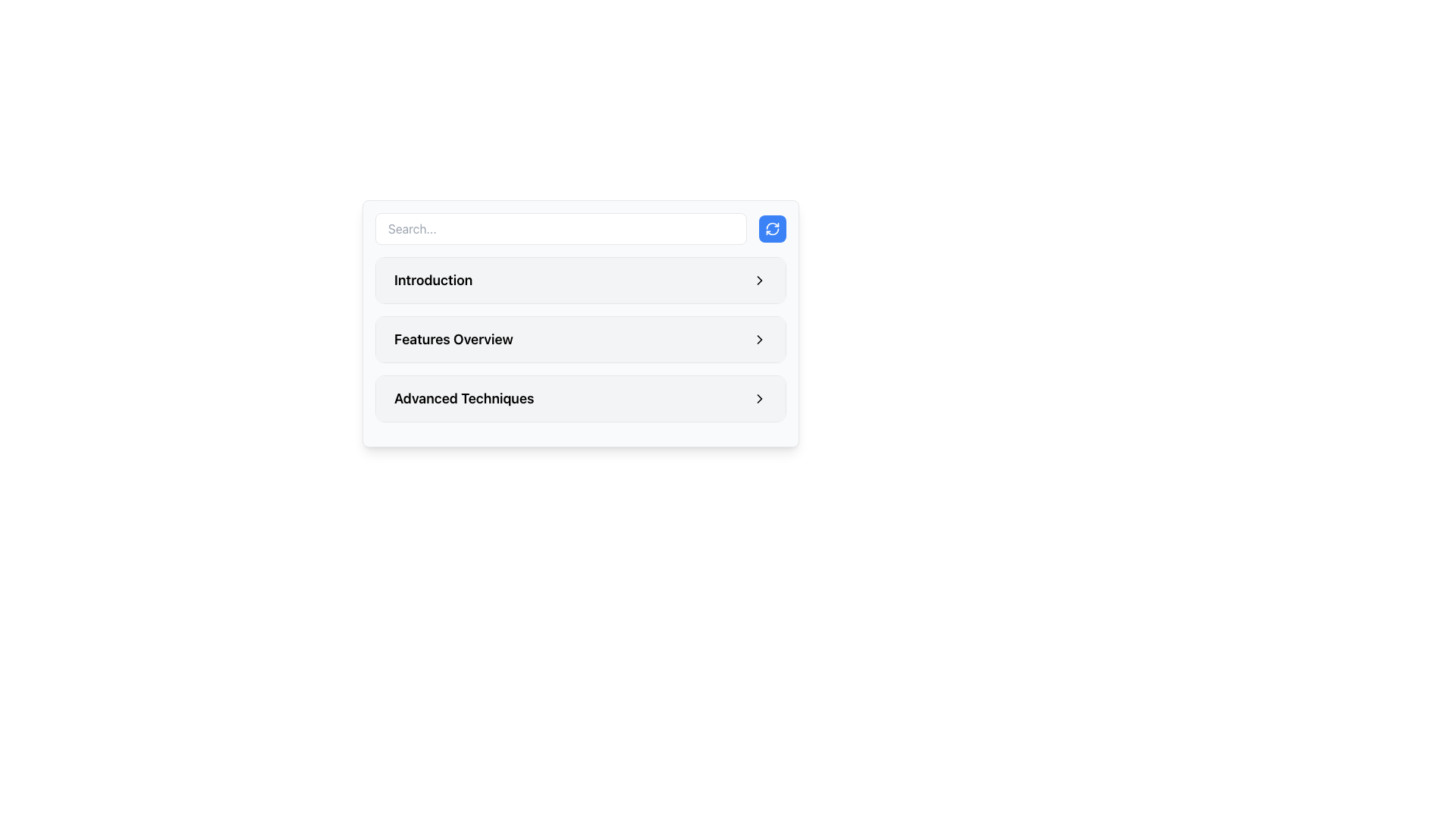 The height and width of the screenshot is (819, 1456). What do you see at coordinates (580, 338) in the screenshot?
I see `the 'Features Overview' button, which is the second item in a vertical list of navigational buttons located between 'Introduction' and 'Advanced Techniques'` at bounding box center [580, 338].